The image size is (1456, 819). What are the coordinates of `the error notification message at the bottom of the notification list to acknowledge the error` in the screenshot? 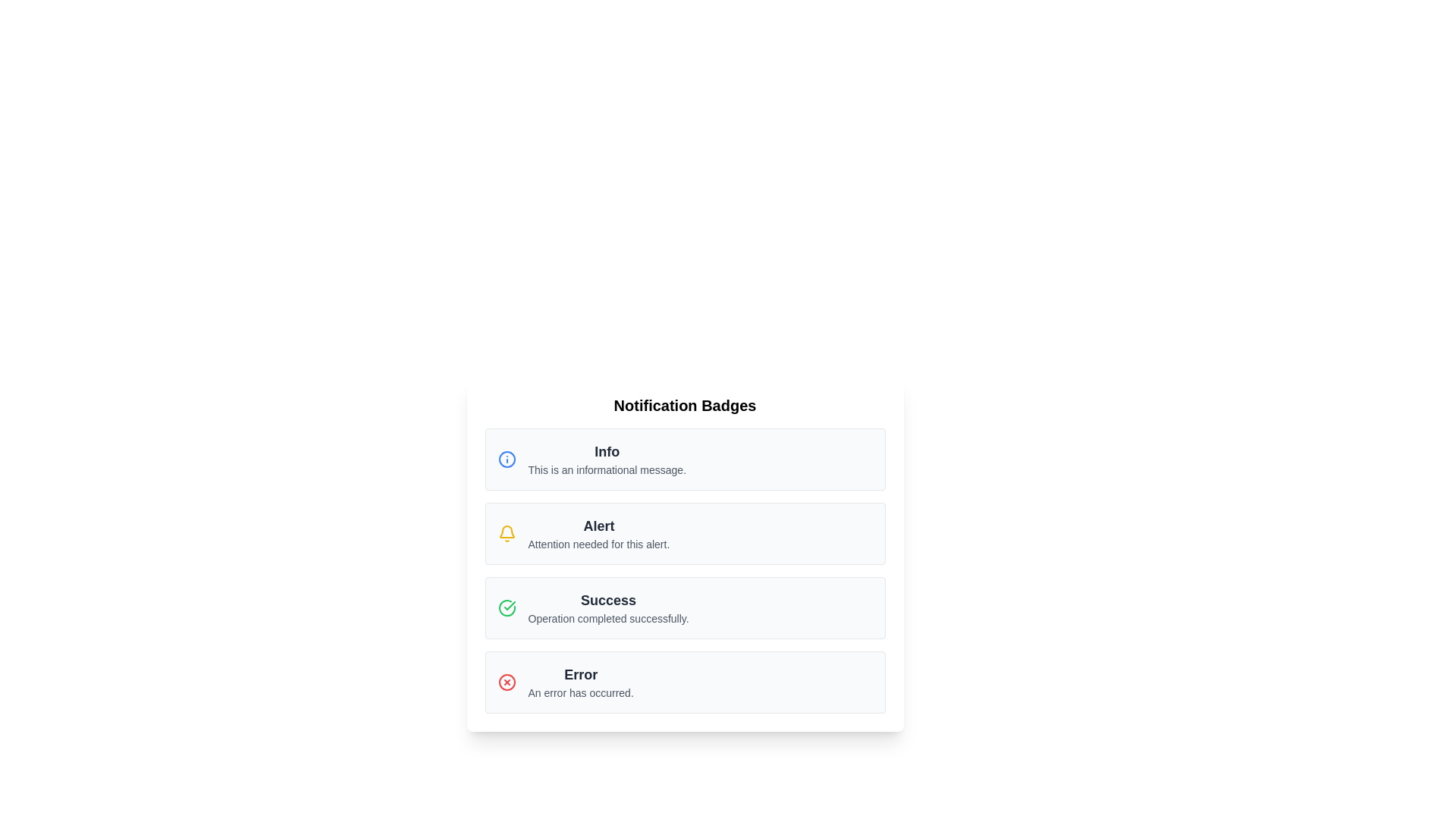 It's located at (580, 681).